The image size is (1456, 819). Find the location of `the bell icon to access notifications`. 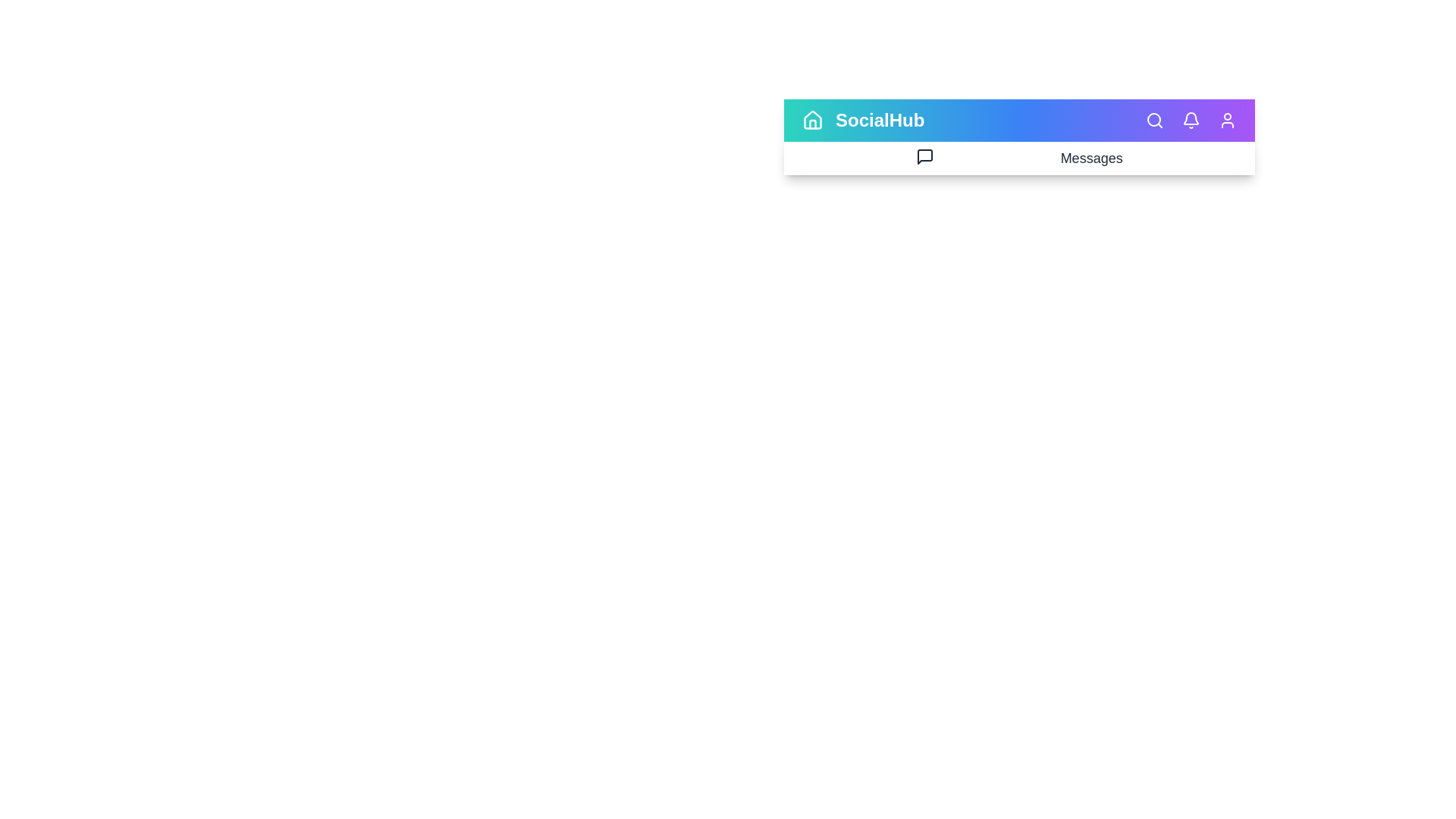

the bell icon to access notifications is located at coordinates (1190, 119).